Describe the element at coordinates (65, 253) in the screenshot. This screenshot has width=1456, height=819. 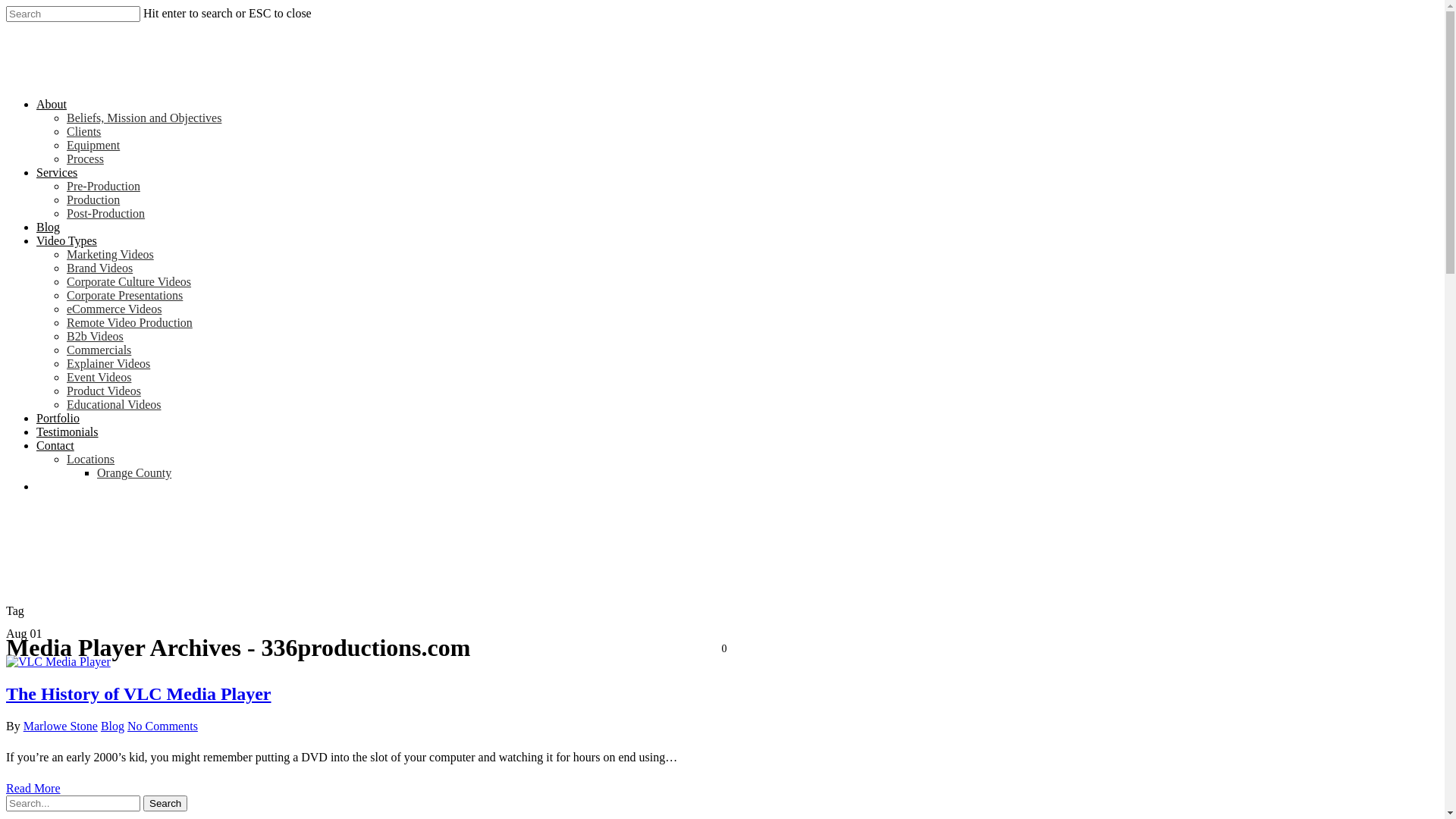
I see `'Marketing Videos'` at that location.